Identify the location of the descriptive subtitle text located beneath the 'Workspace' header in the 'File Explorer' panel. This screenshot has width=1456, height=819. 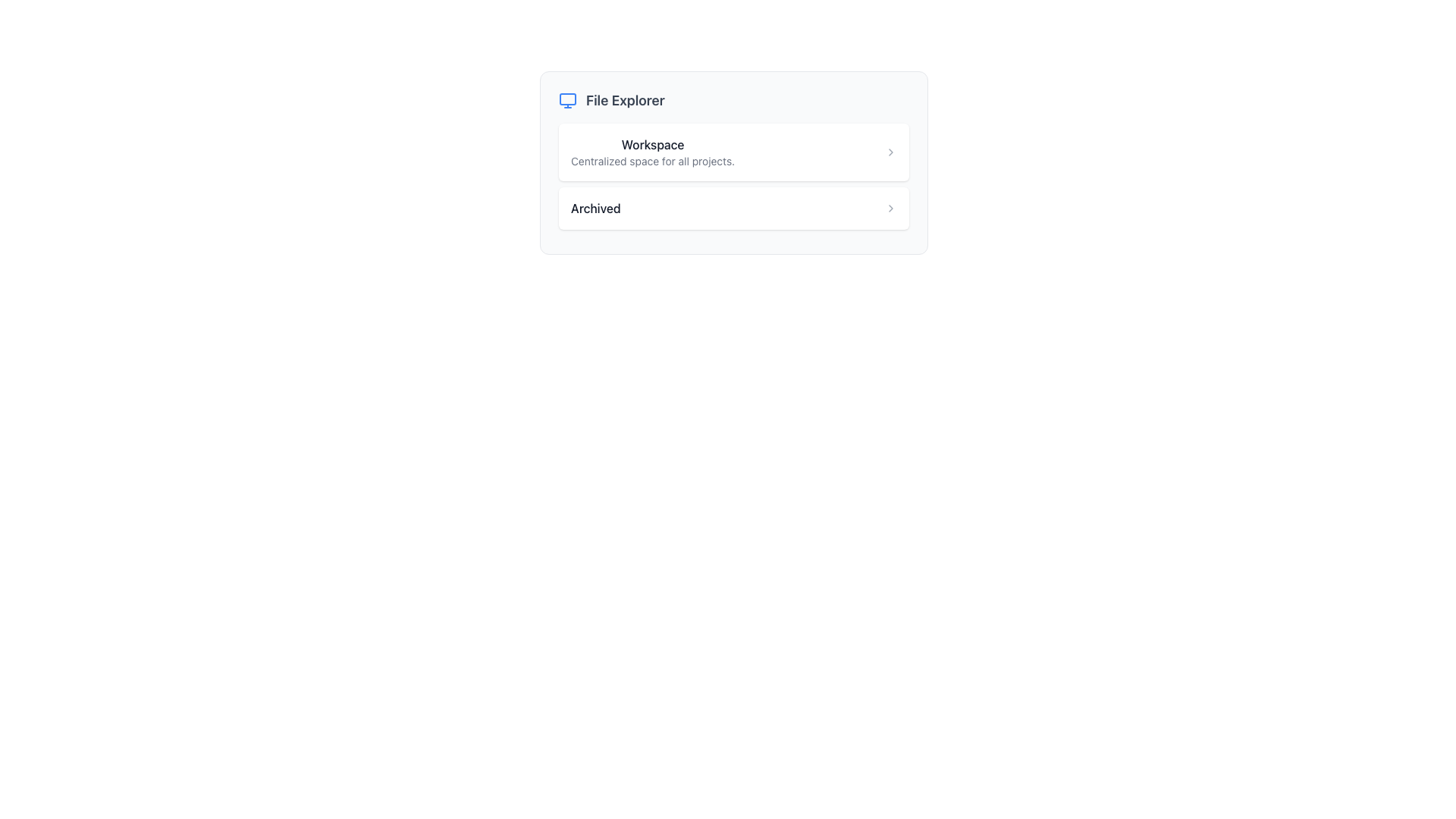
(653, 161).